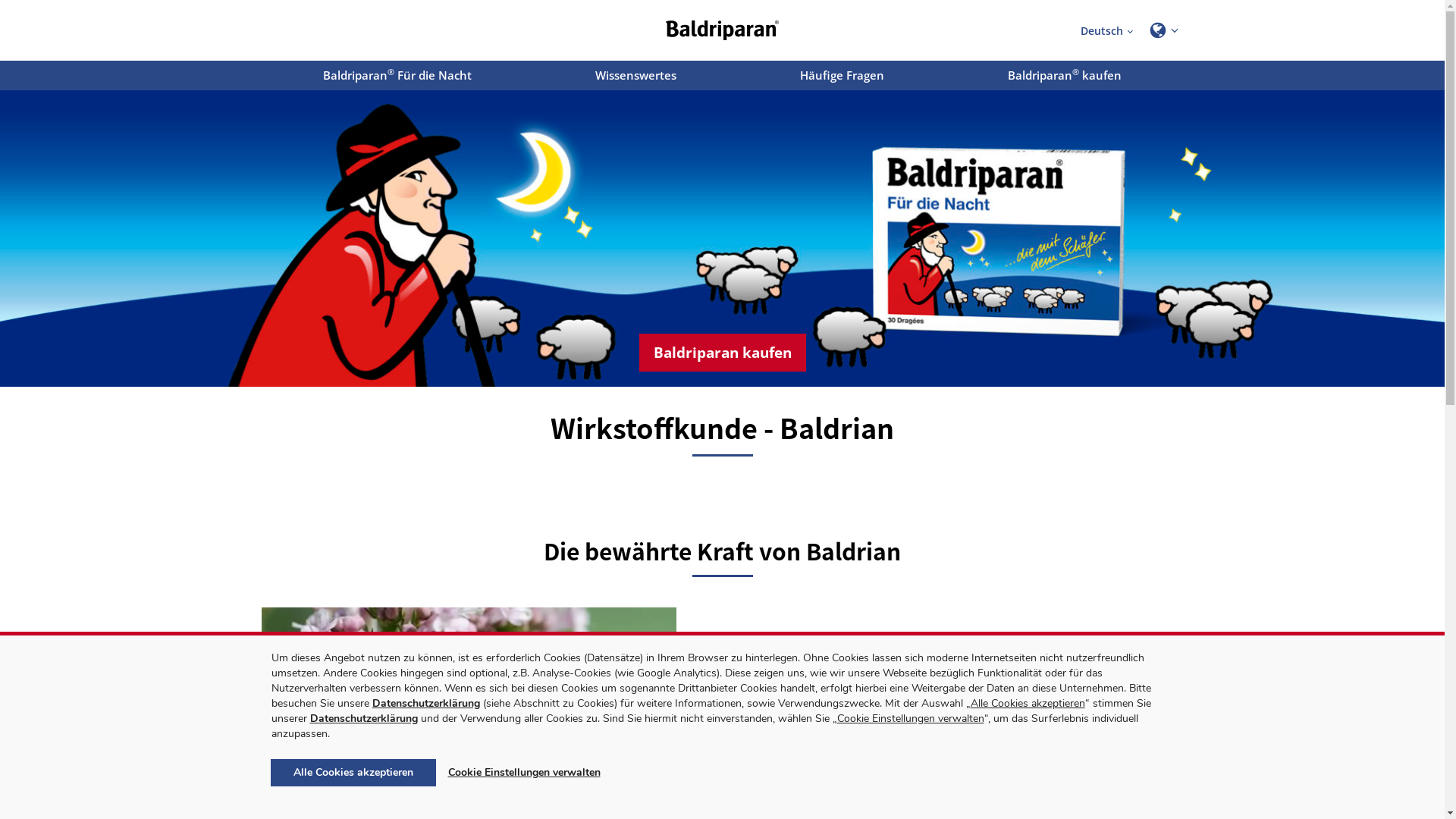 The width and height of the screenshot is (1456, 819). Describe the element at coordinates (447, 772) in the screenshot. I see `'Cookie Einstellungen verwalten'` at that location.